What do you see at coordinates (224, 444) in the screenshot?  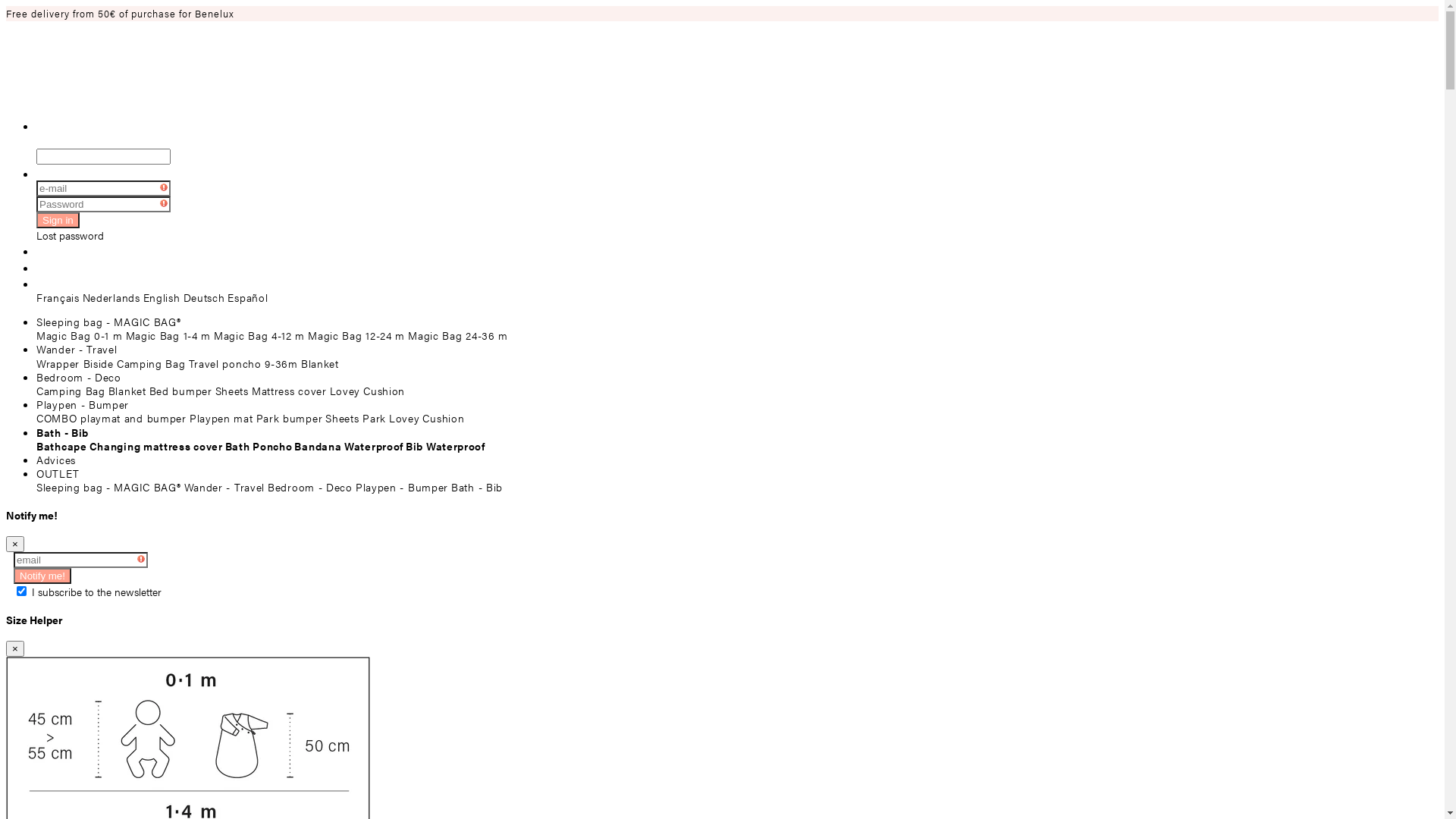 I see `'Bath Poncho'` at bounding box center [224, 444].